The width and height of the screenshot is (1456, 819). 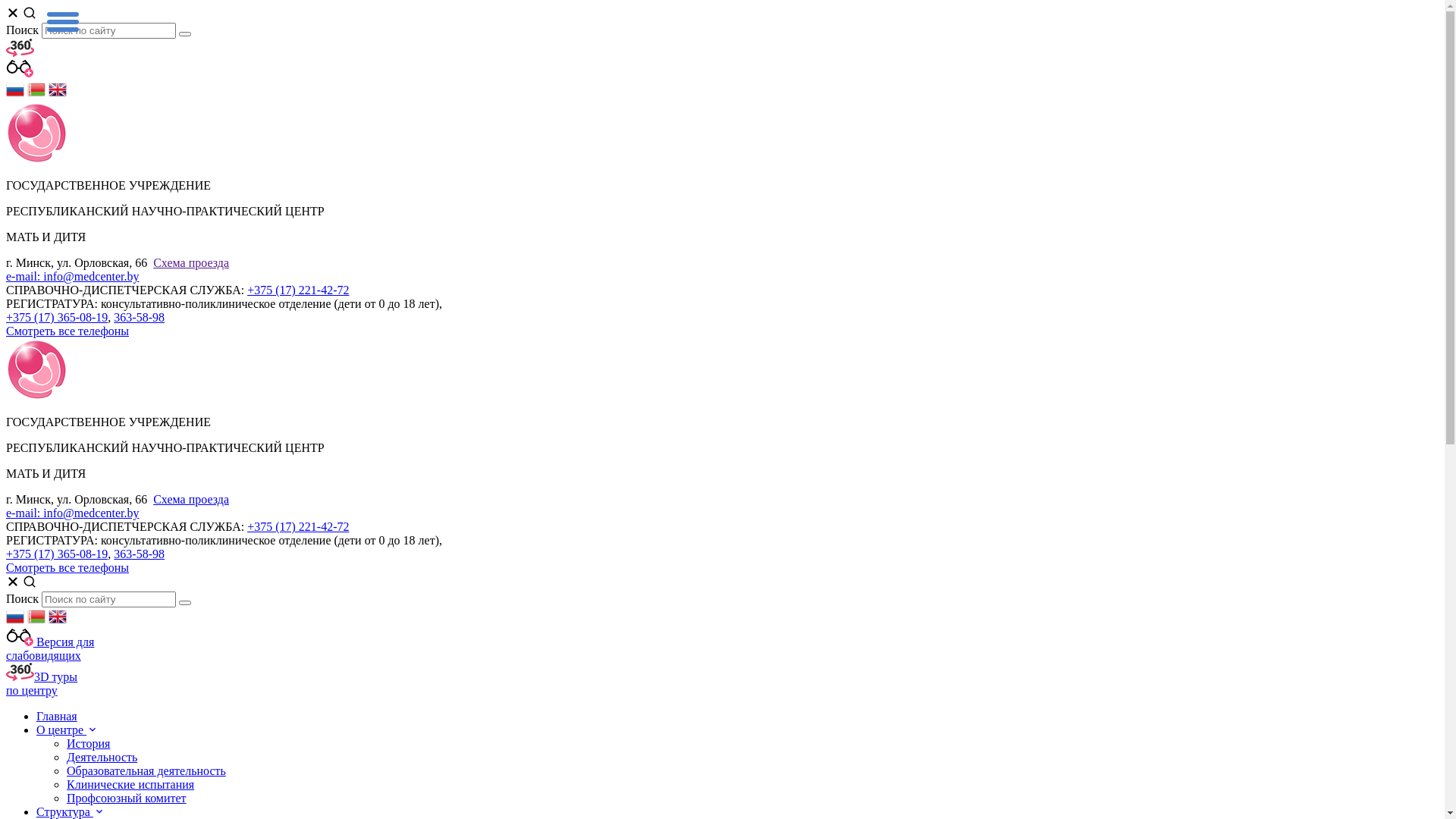 What do you see at coordinates (36, 621) in the screenshot?
I see `'Belarusian'` at bounding box center [36, 621].